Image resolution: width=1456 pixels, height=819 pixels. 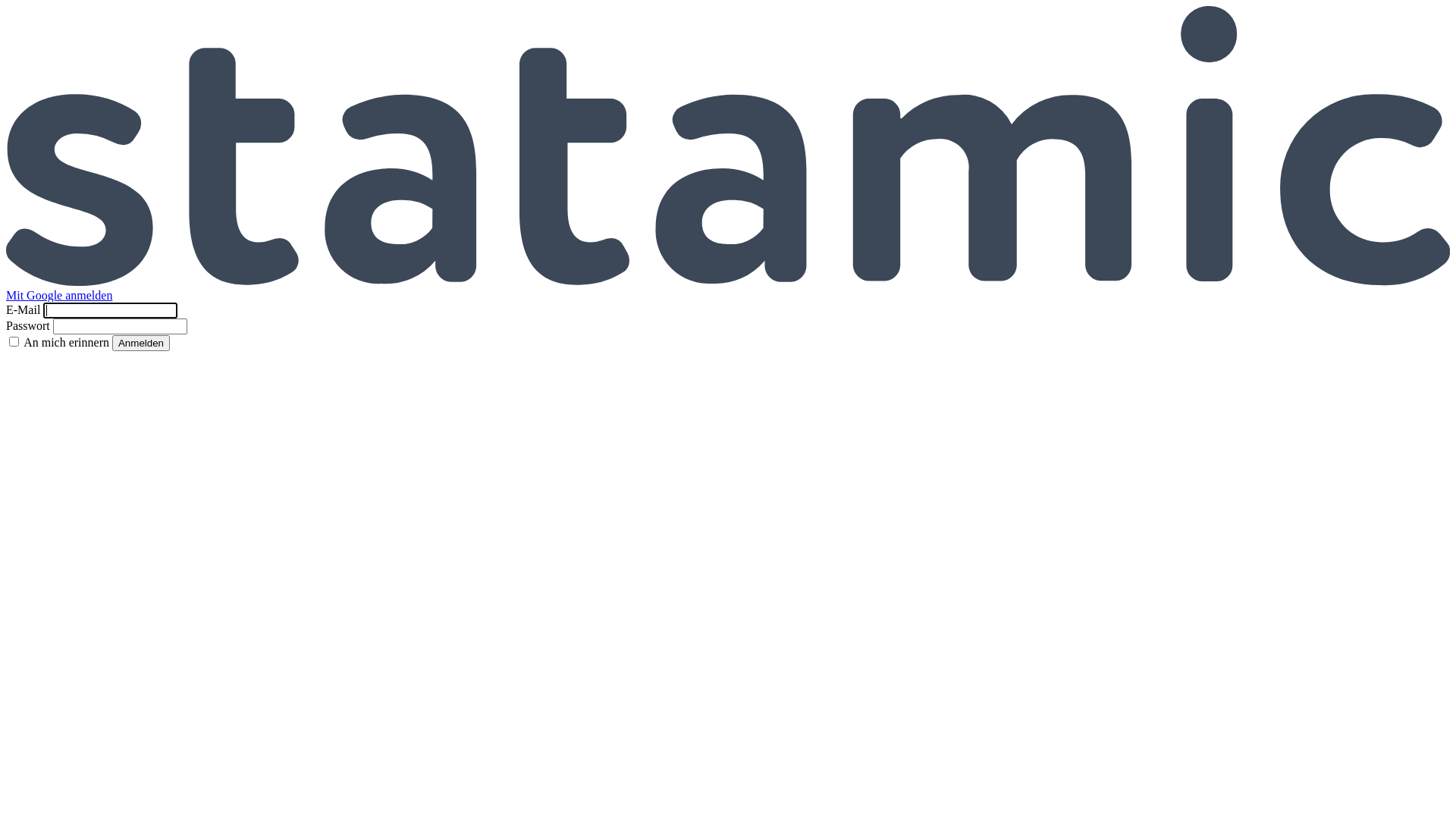 What do you see at coordinates (141, 343) in the screenshot?
I see `'Anmelden'` at bounding box center [141, 343].